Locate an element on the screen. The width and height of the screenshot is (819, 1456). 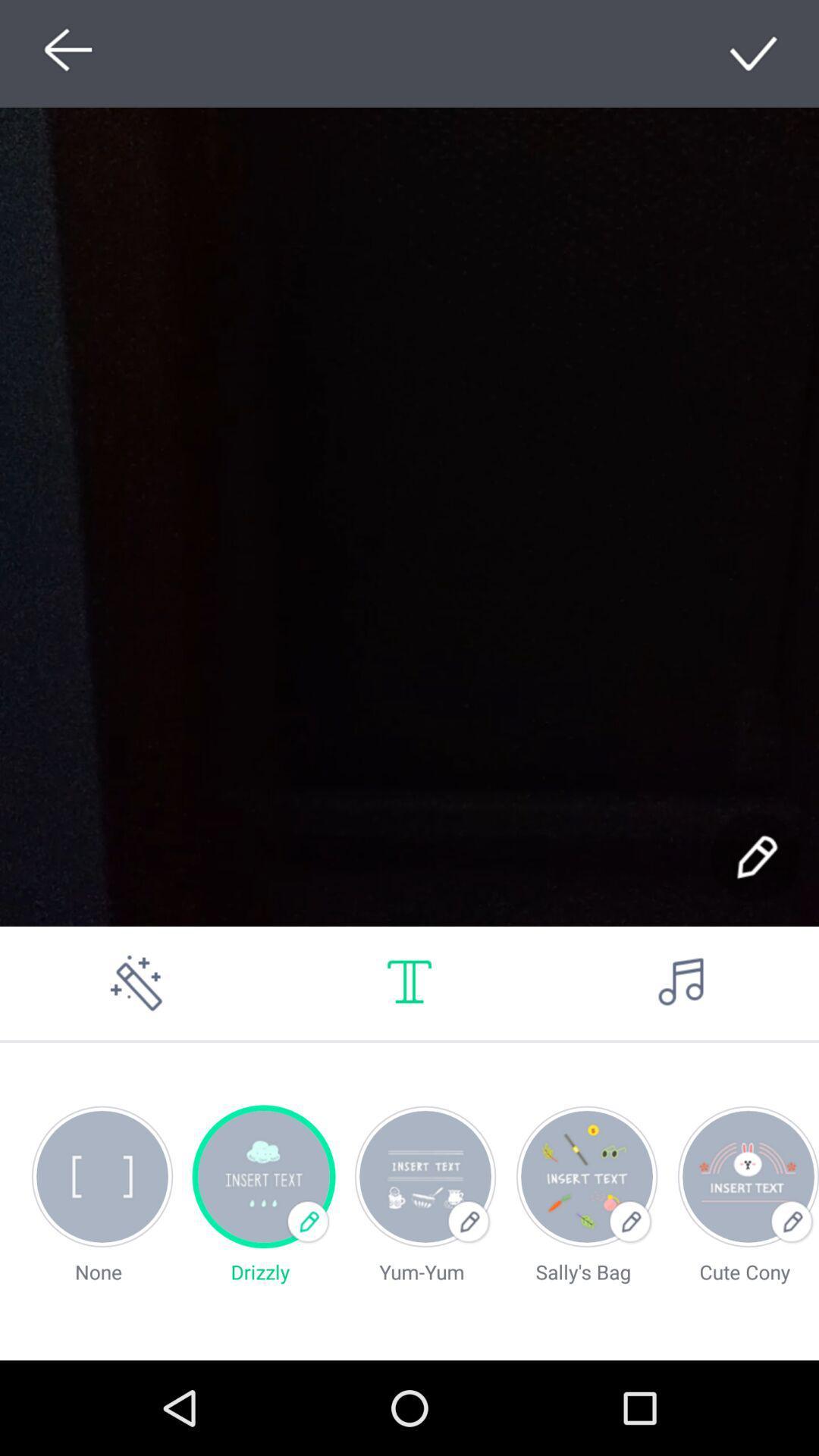
valid is located at coordinates (755, 53).